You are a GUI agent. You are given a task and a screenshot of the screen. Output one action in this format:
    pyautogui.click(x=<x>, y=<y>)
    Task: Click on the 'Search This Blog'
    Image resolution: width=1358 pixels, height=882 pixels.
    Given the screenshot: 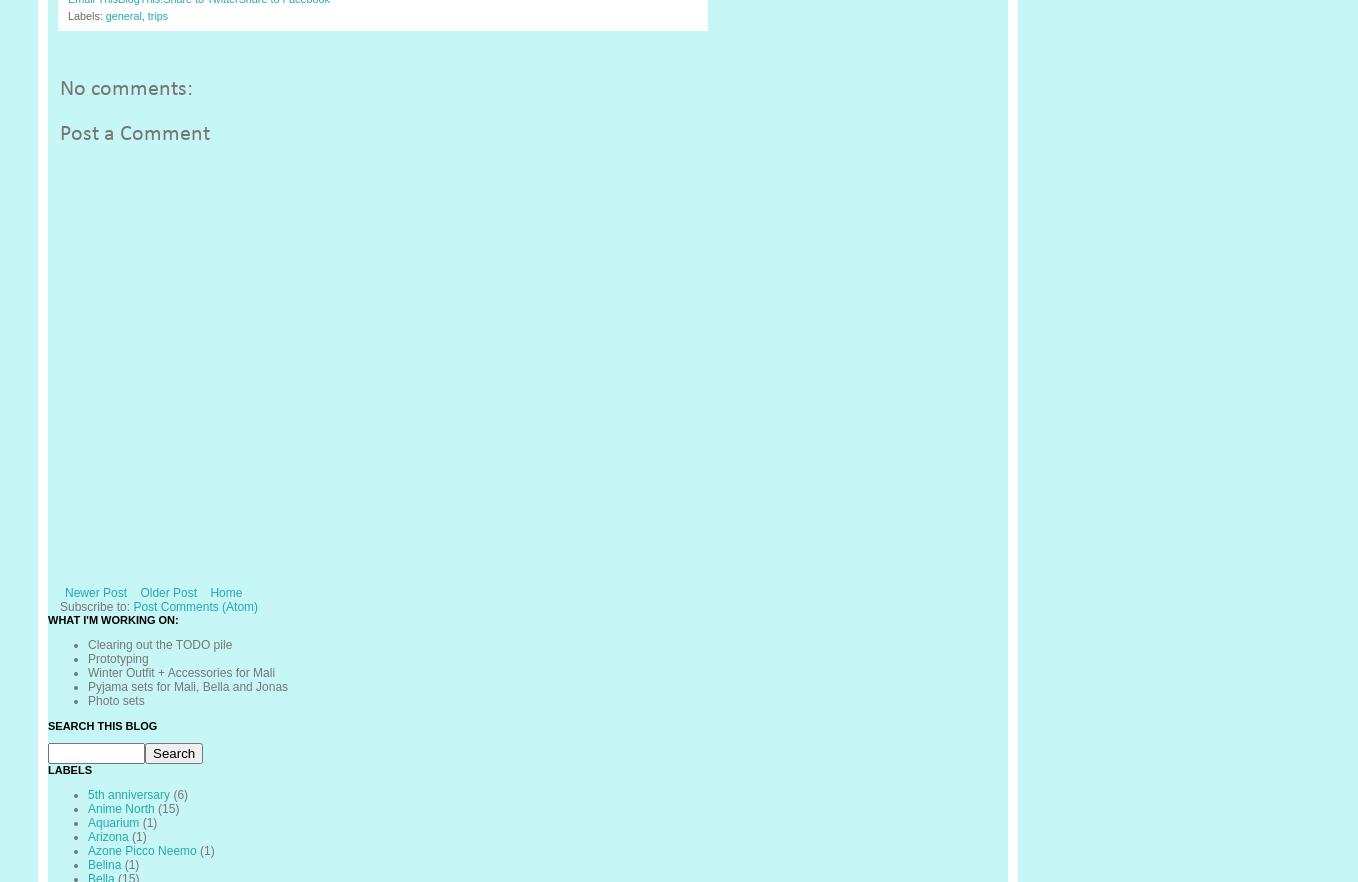 What is the action you would take?
    pyautogui.click(x=101, y=724)
    